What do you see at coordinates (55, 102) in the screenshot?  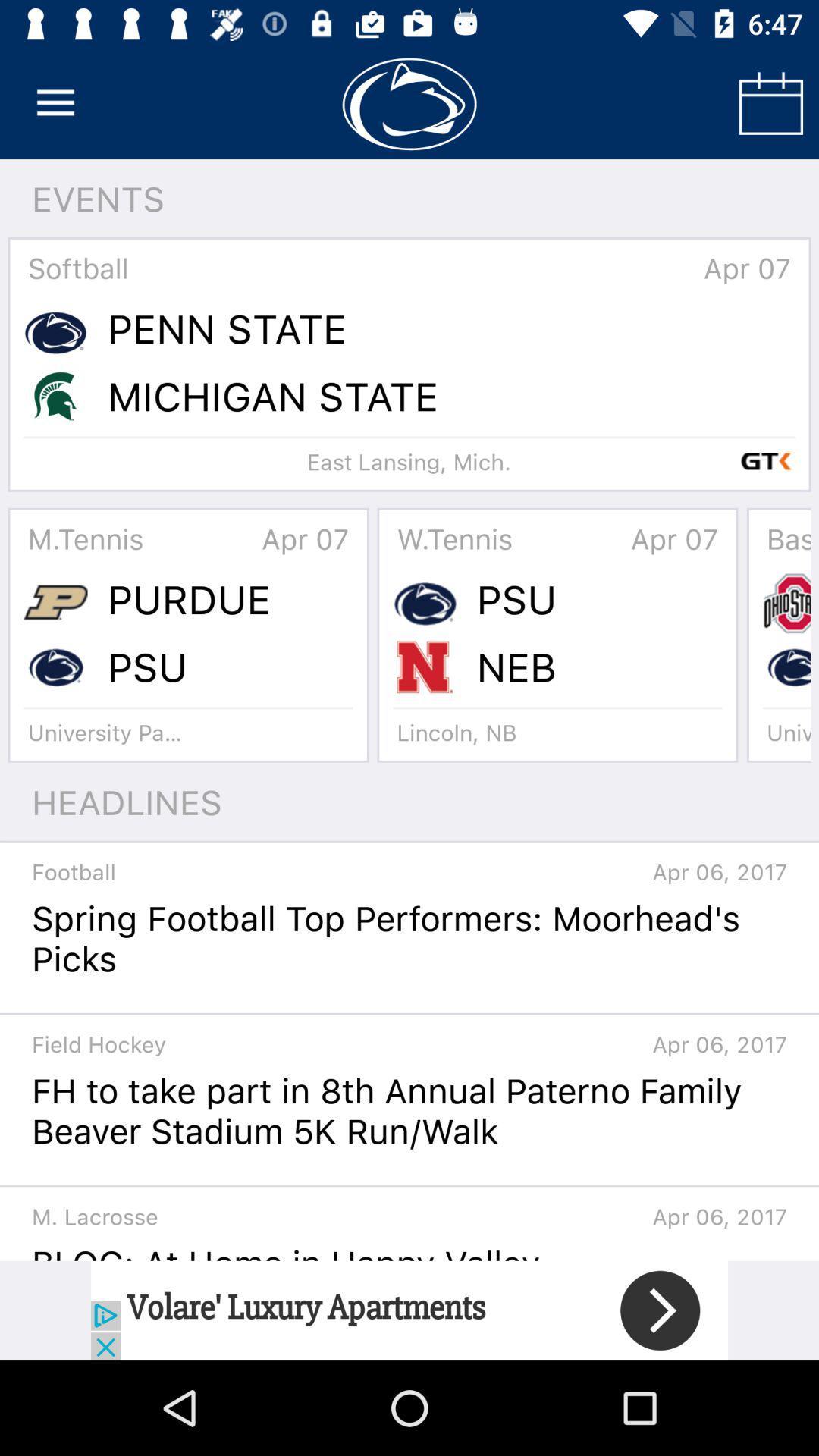 I see `open main menu` at bounding box center [55, 102].